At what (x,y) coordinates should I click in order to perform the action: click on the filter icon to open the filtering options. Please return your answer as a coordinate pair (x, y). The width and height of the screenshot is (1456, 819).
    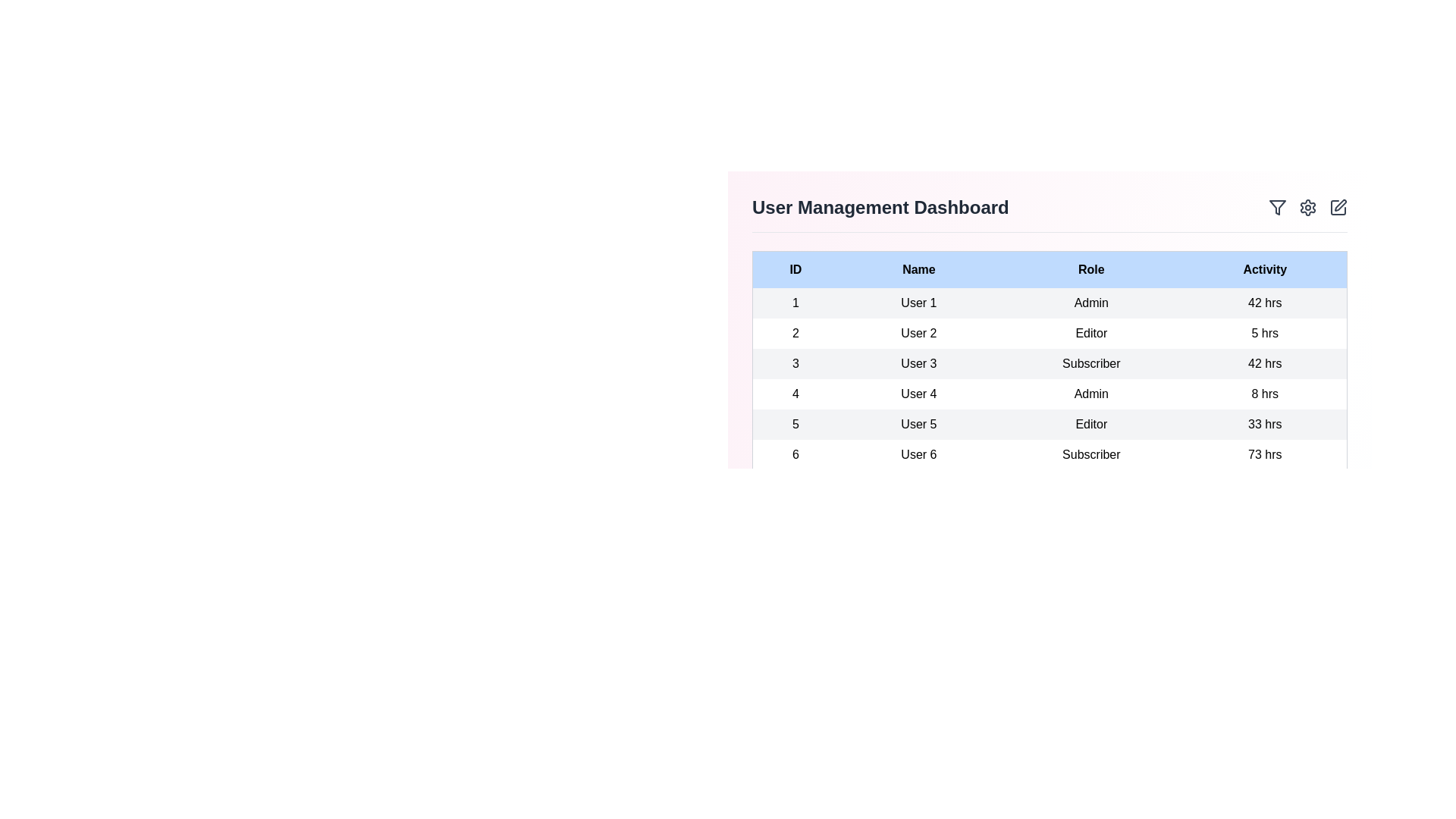
    Looking at the image, I should click on (1276, 207).